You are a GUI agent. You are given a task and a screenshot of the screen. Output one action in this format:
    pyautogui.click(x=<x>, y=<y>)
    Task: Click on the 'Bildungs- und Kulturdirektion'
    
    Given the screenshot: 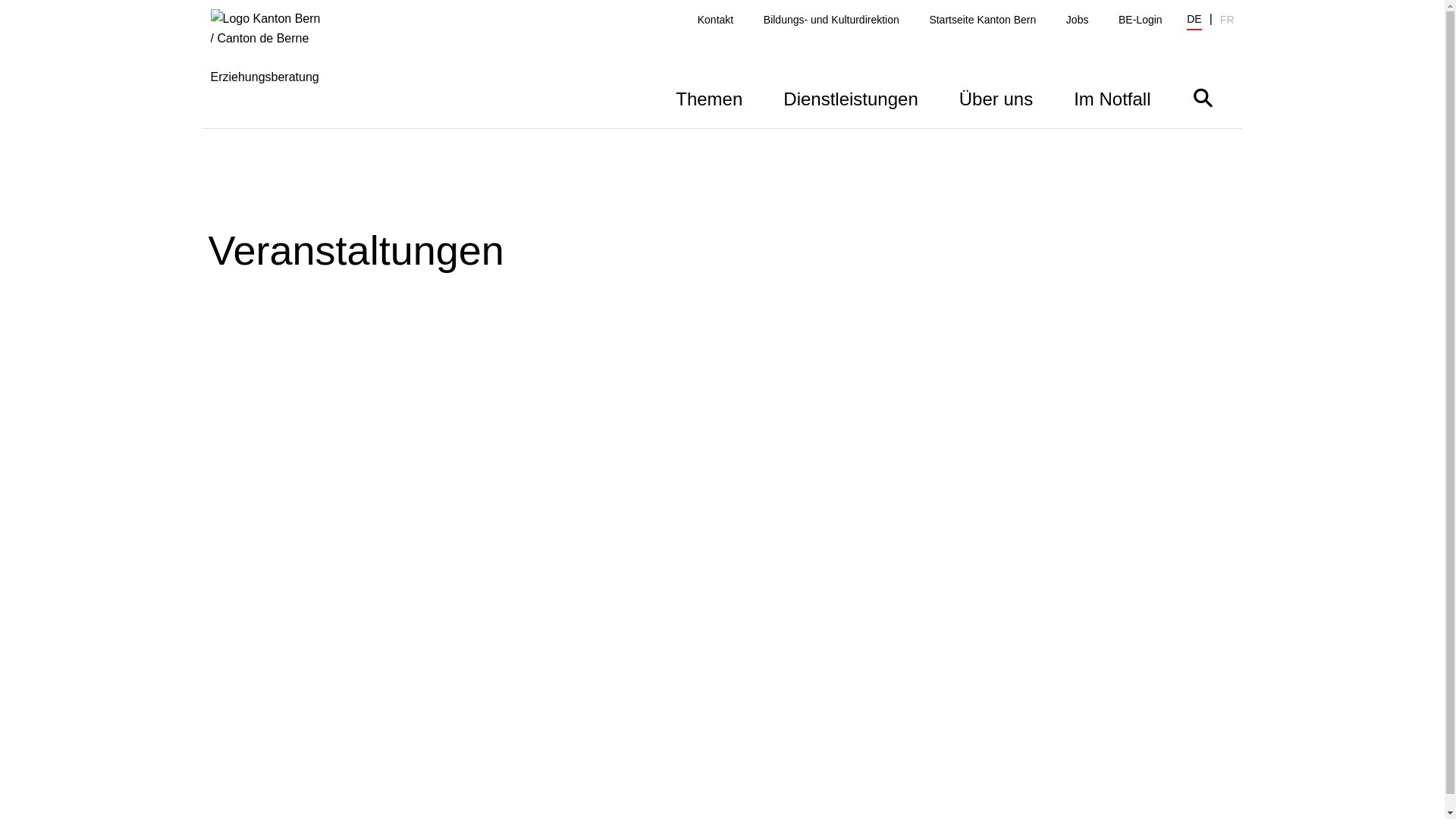 What is the action you would take?
    pyautogui.click(x=830, y=20)
    